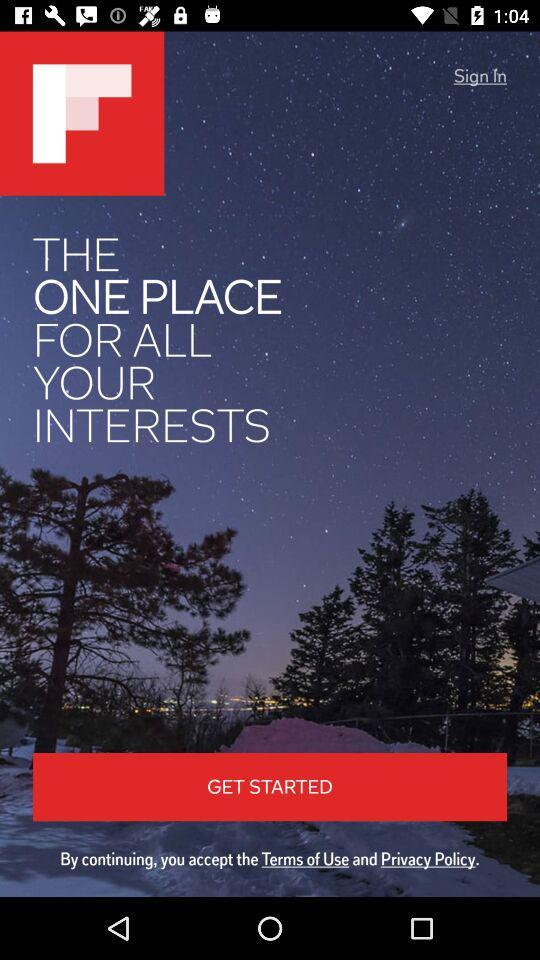  Describe the element at coordinates (270, 858) in the screenshot. I see `by continuing you` at that location.